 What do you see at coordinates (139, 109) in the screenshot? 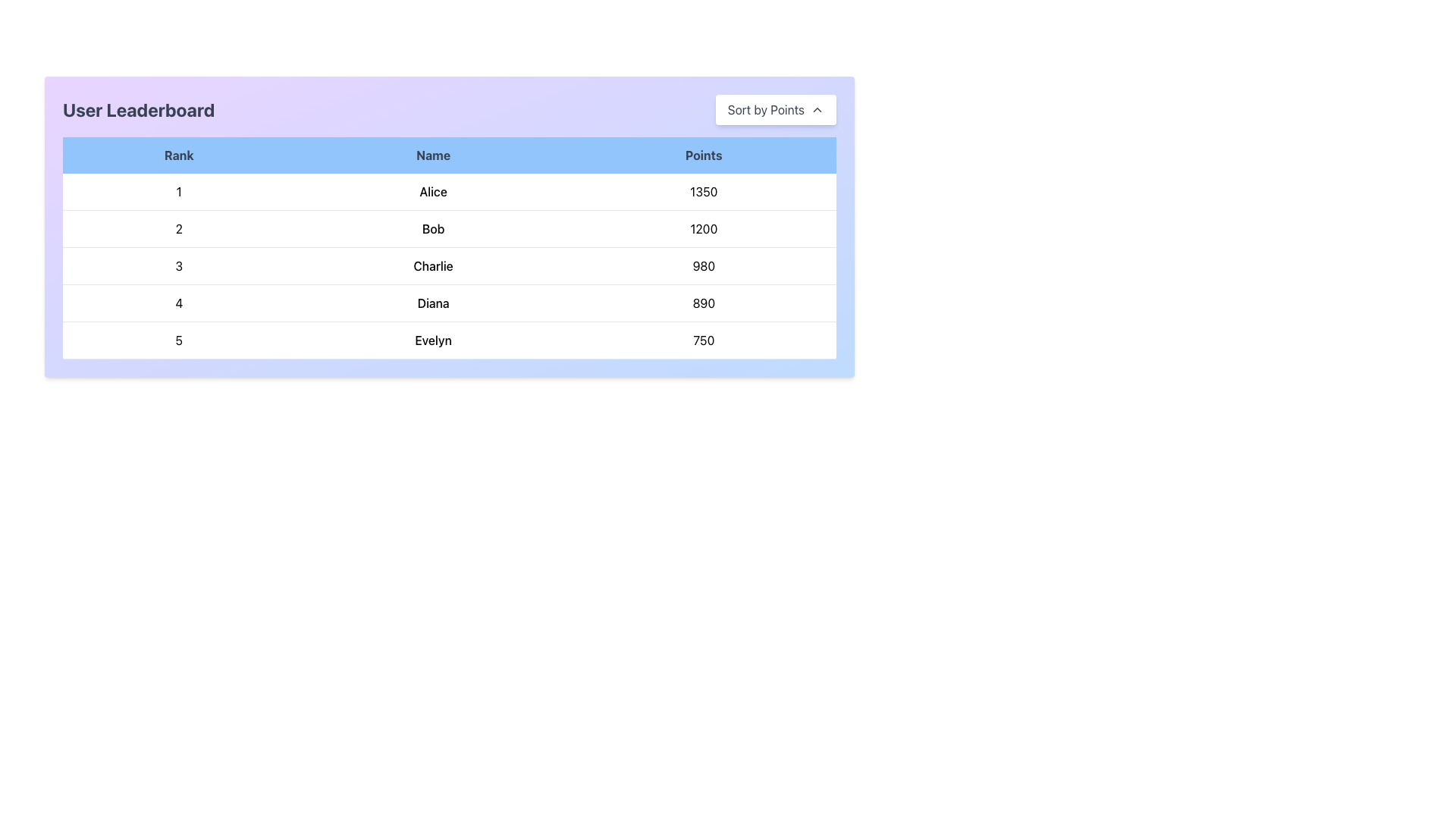
I see `the Text element that serves as a heading for the user leaderboard, positioned at the upper-left side of the interface` at bounding box center [139, 109].